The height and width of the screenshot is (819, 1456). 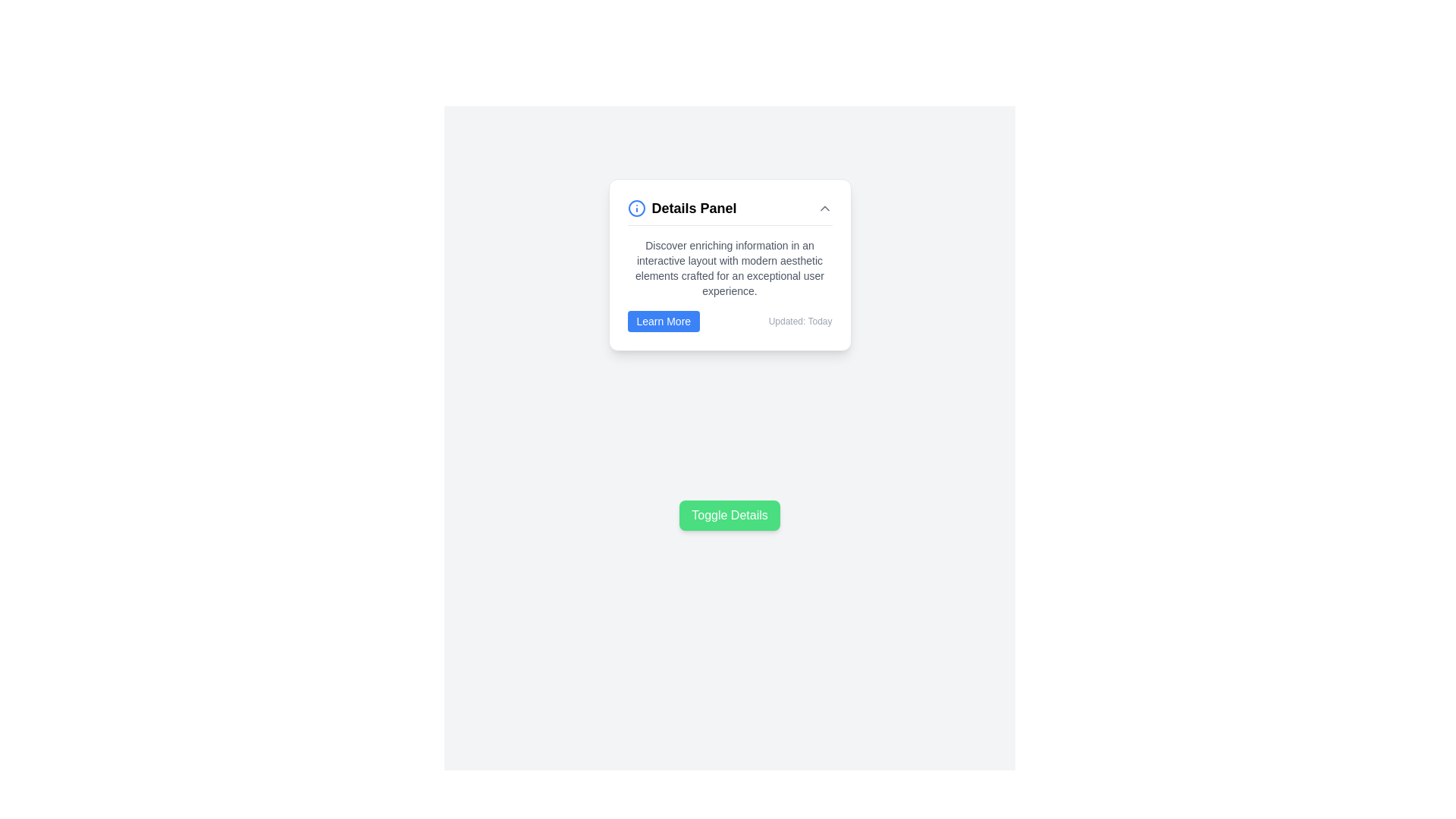 What do you see at coordinates (636, 208) in the screenshot?
I see `the icon that serves as a visual information indicator for the 'Details Panel', located at the start of the section's title` at bounding box center [636, 208].